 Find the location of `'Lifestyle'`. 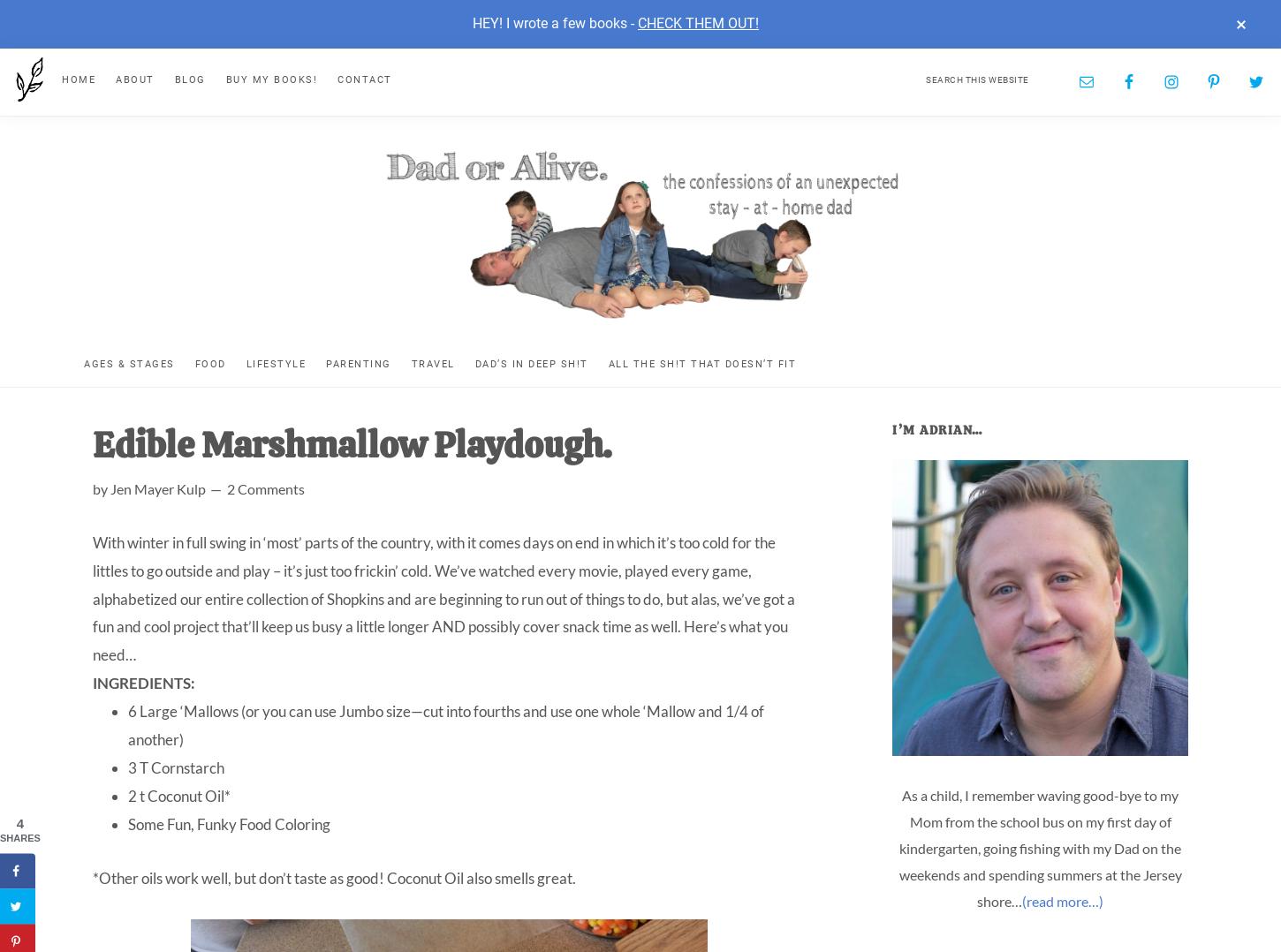

'Lifestyle' is located at coordinates (276, 362).